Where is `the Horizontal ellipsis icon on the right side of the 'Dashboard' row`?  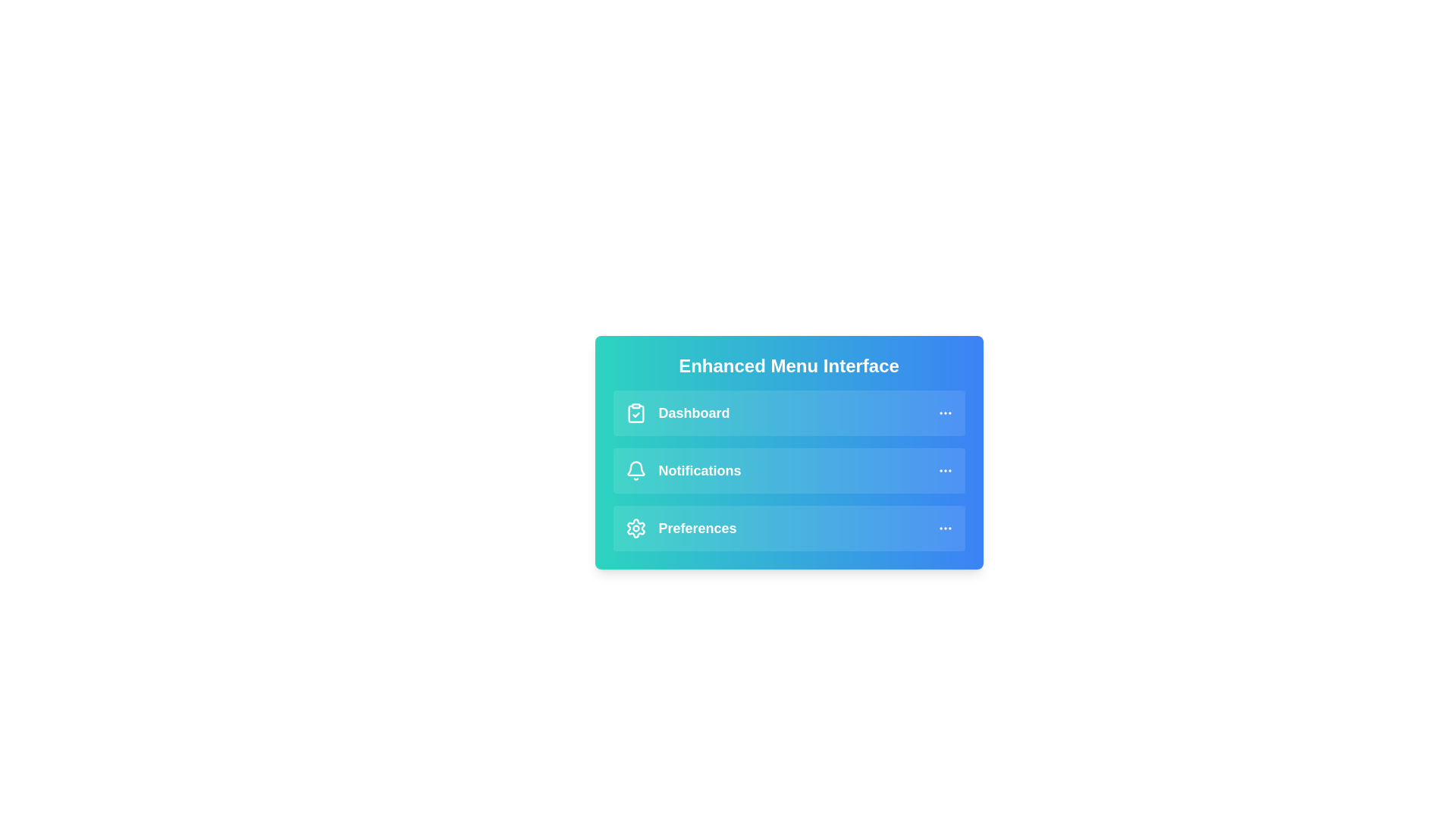 the Horizontal ellipsis icon on the right side of the 'Dashboard' row is located at coordinates (944, 413).